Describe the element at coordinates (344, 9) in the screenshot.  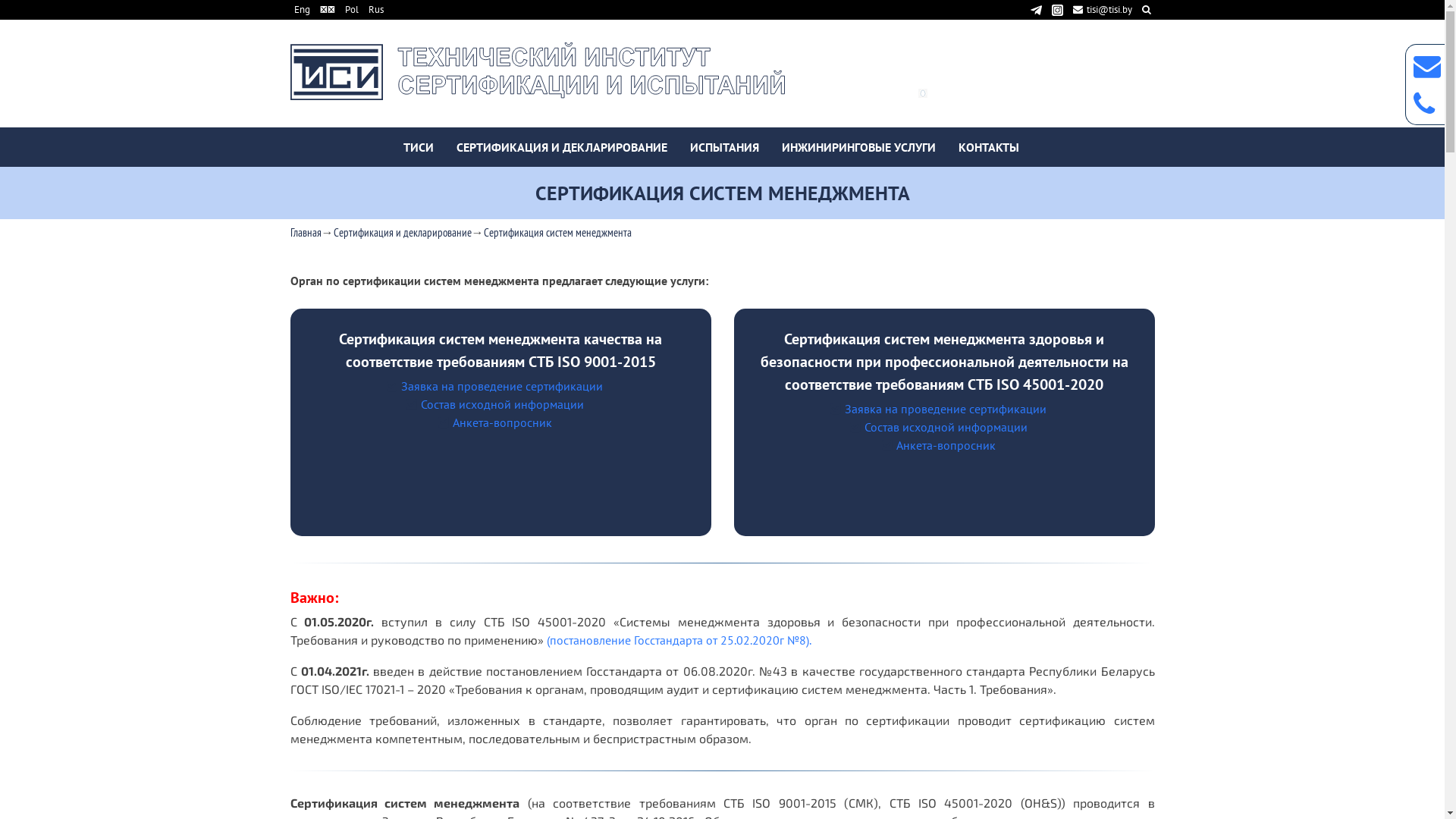
I see `'Pol'` at that location.